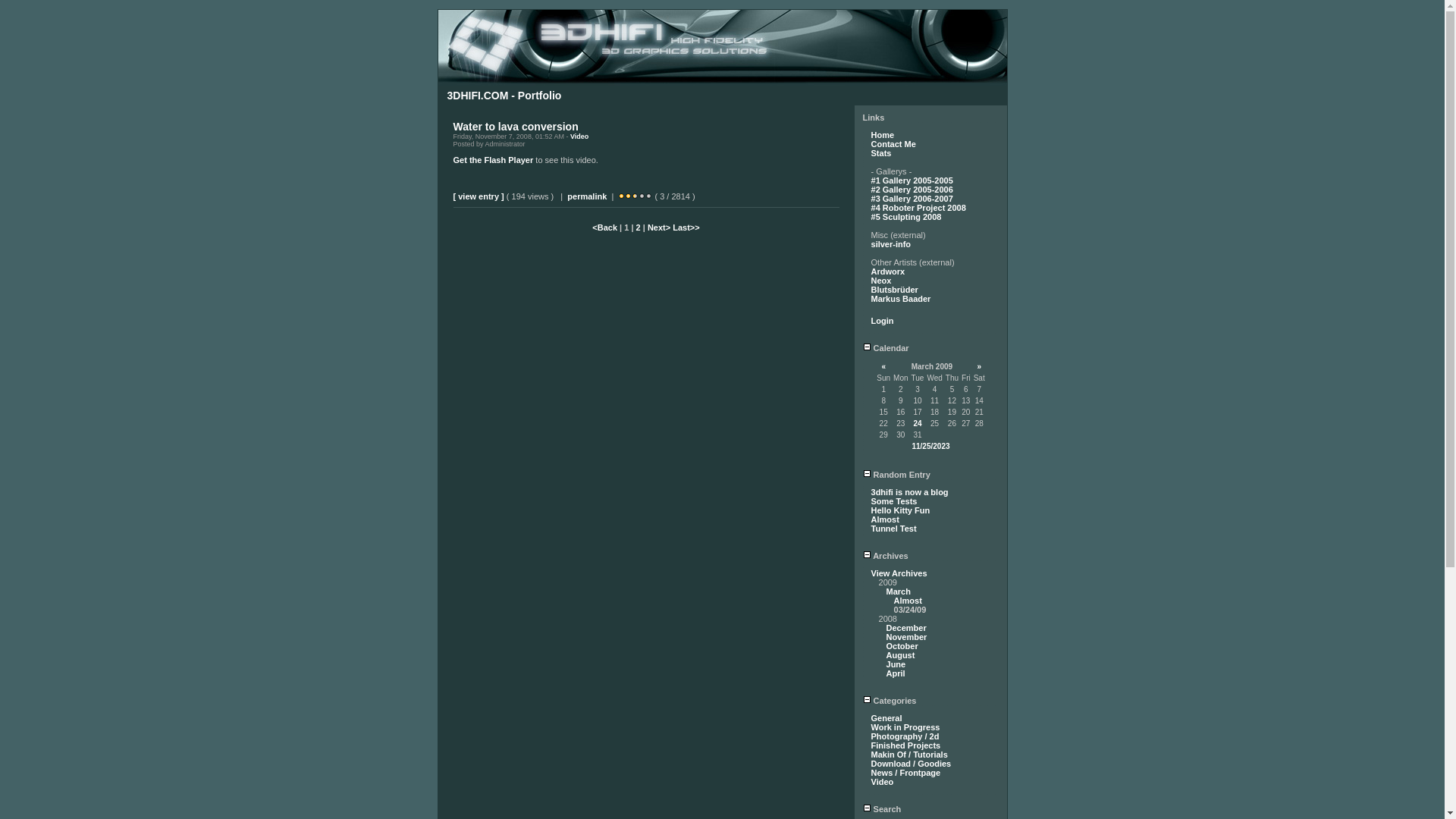 The height and width of the screenshot is (819, 1456). What do you see at coordinates (901, 298) in the screenshot?
I see `'Markus Baader'` at bounding box center [901, 298].